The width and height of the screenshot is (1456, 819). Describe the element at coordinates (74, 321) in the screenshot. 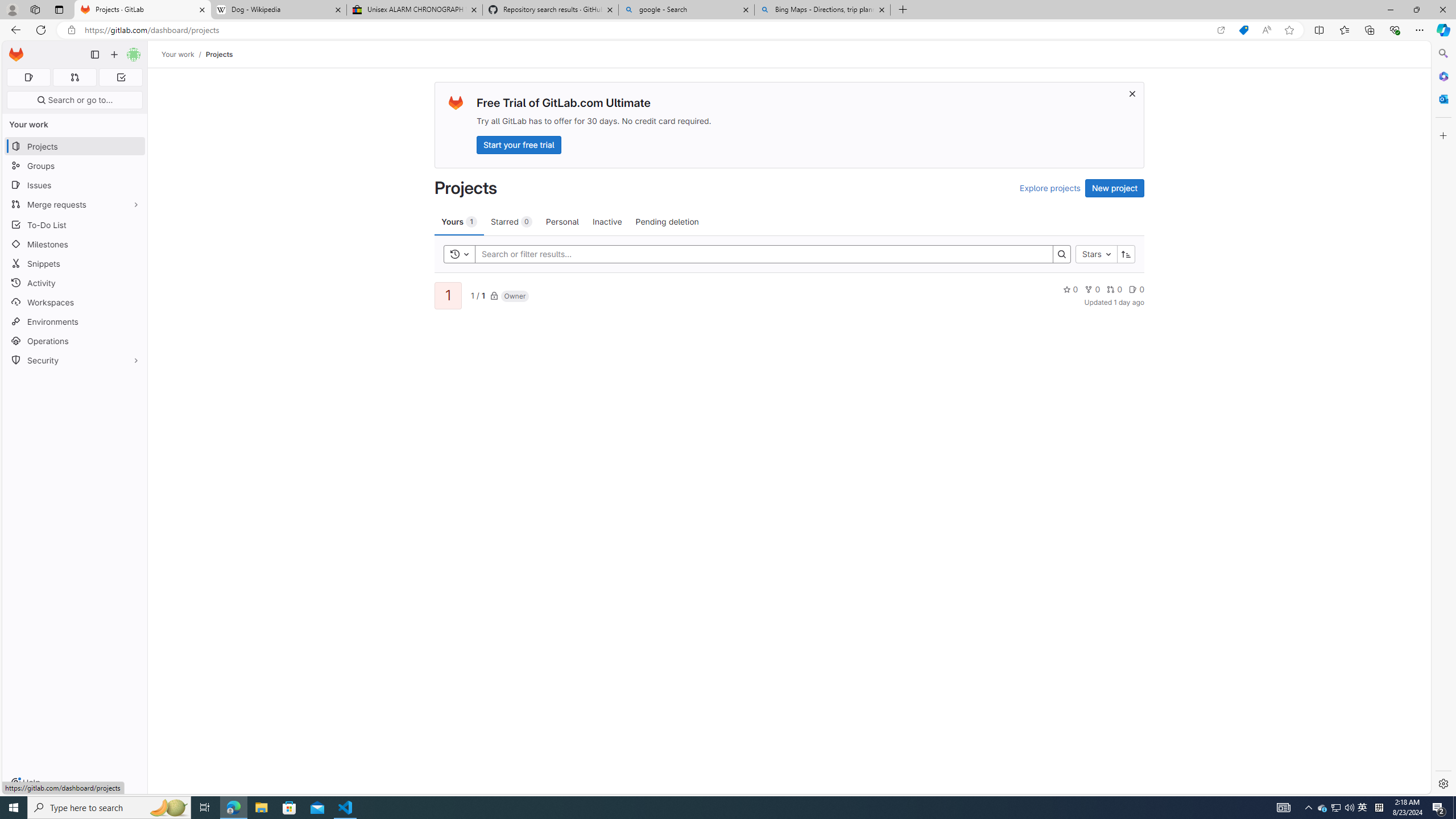

I see `'Environments'` at that location.